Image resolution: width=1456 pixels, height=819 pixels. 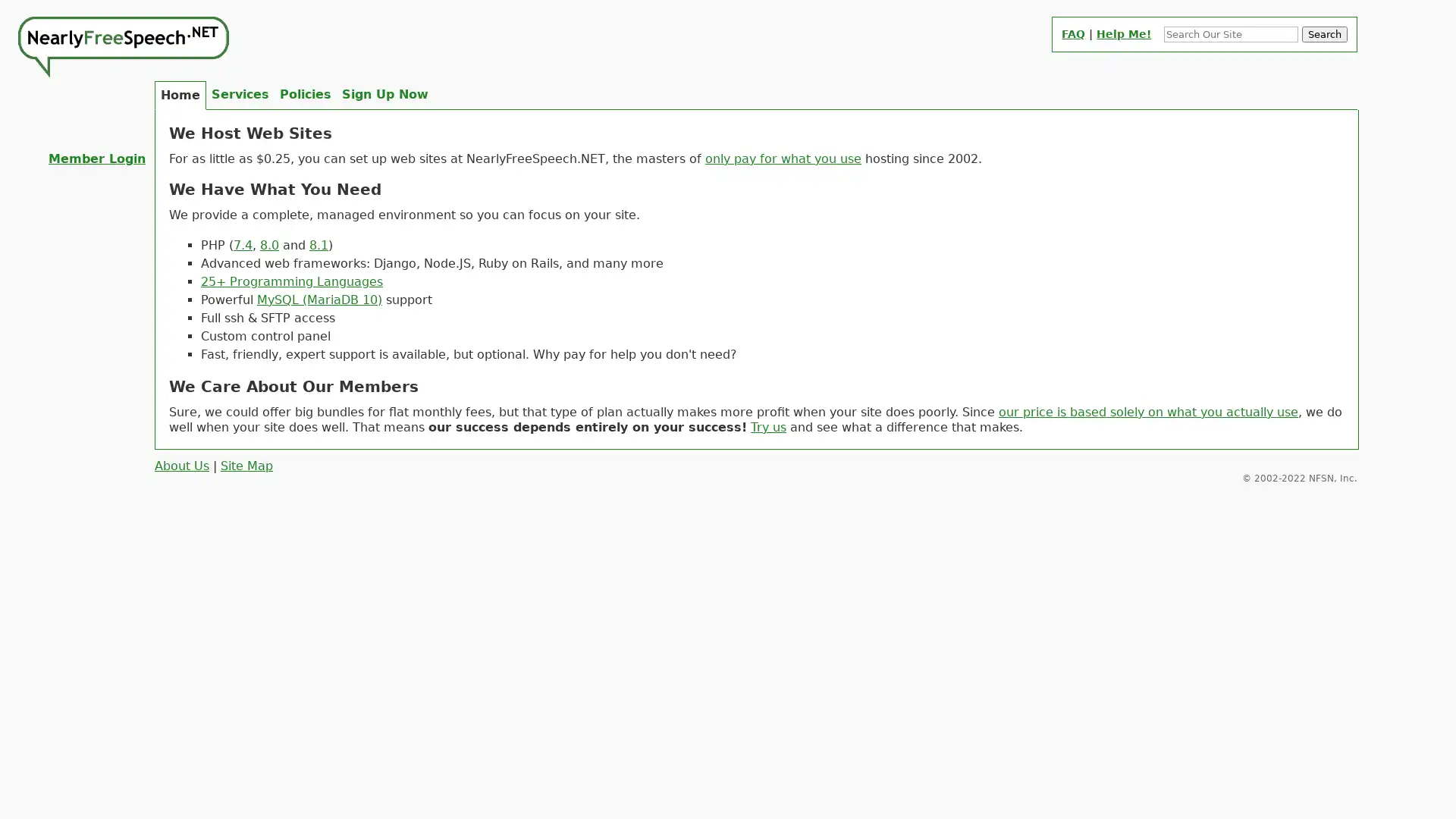 What do you see at coordinates (1324, 34) in the screenshot?
I see `Search` at bounding box center [1324, 34].